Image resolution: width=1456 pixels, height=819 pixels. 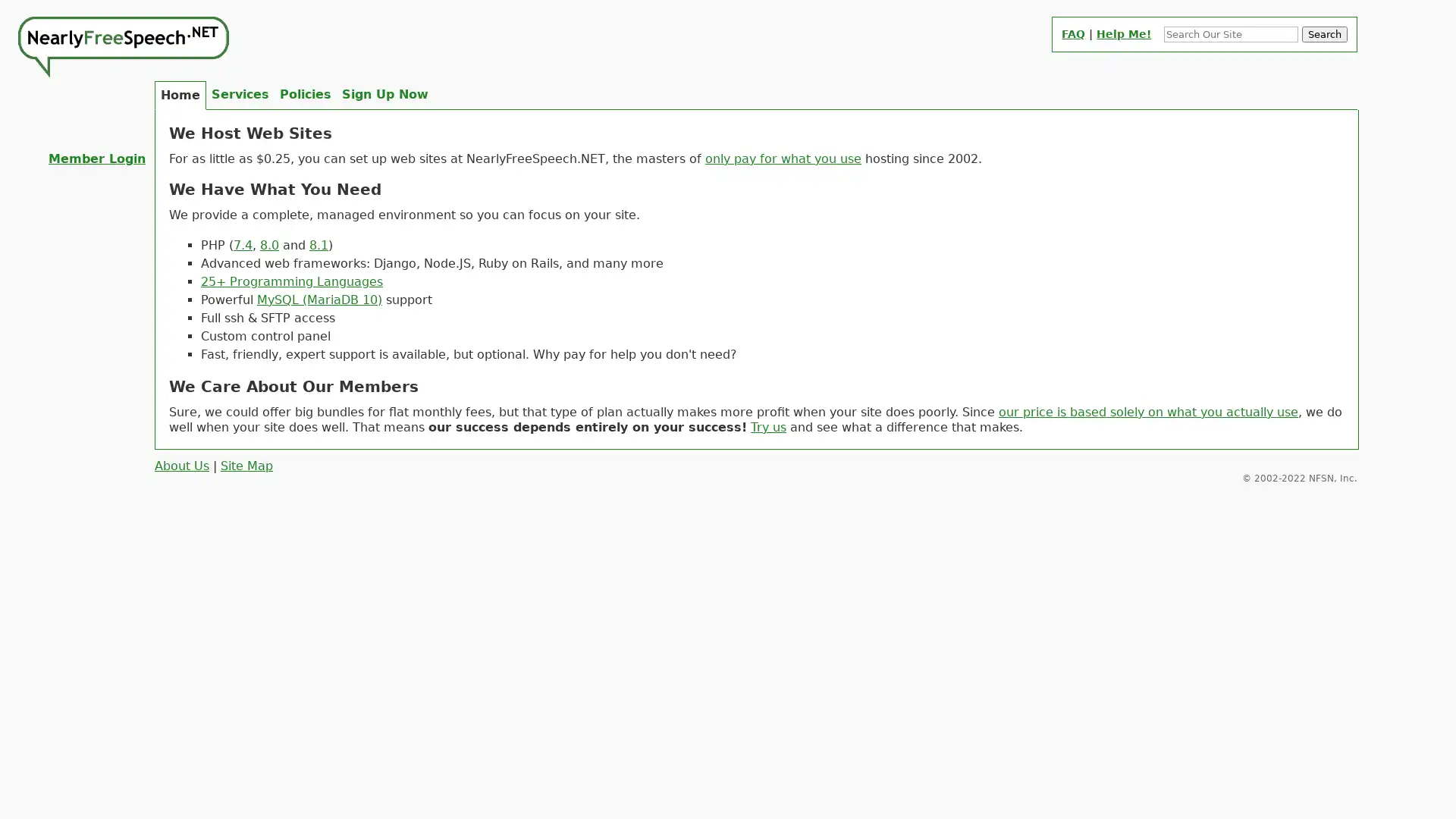 What do you see at coordinates (1324, 34) in the screenshot?
I see `Search` at bounding box center [1324, 34].